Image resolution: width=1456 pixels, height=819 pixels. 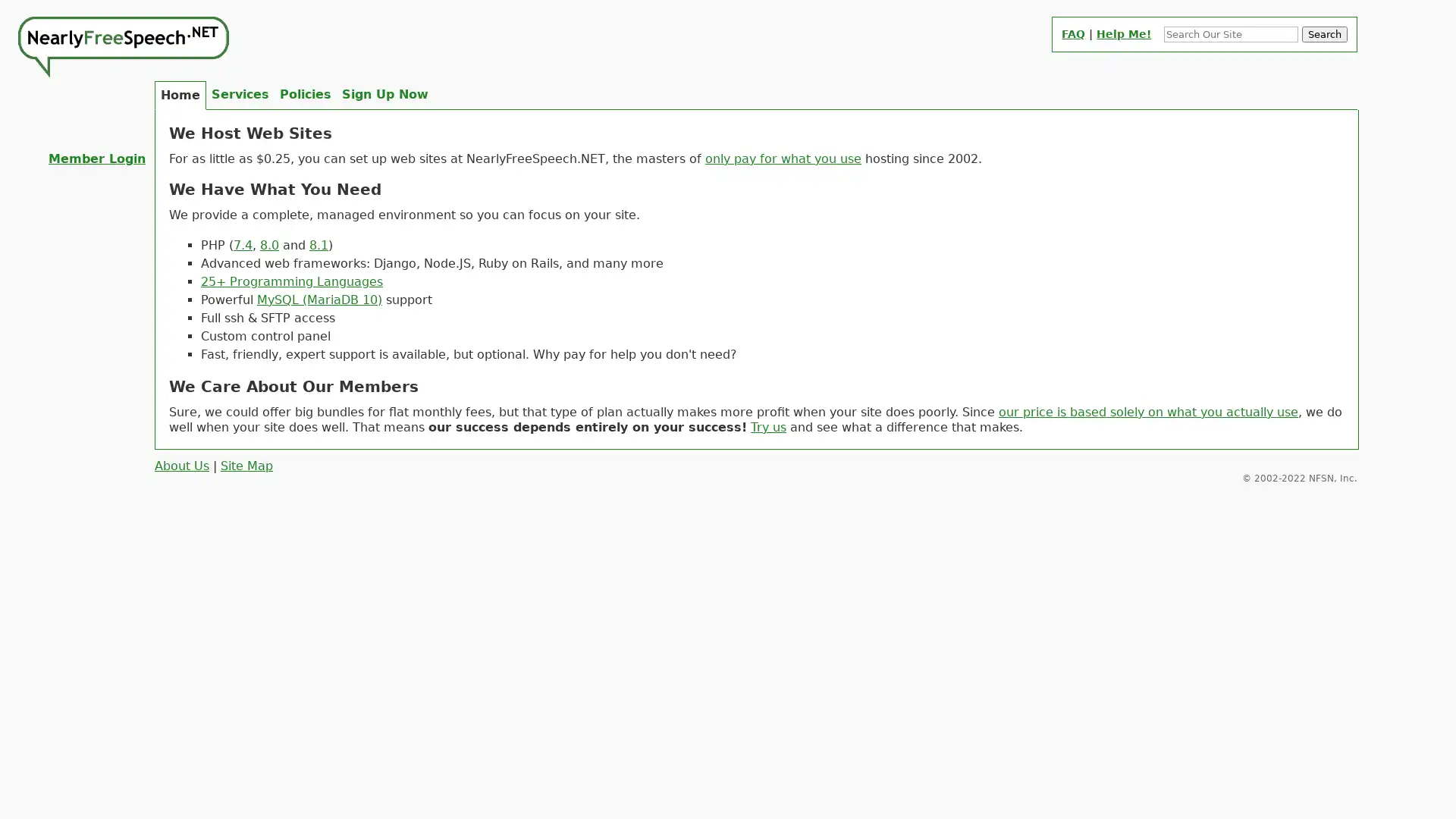 What do you see at coordinates (1324, 34) in the screenshot?
I see `Search` at bounding box center [1324, 34].